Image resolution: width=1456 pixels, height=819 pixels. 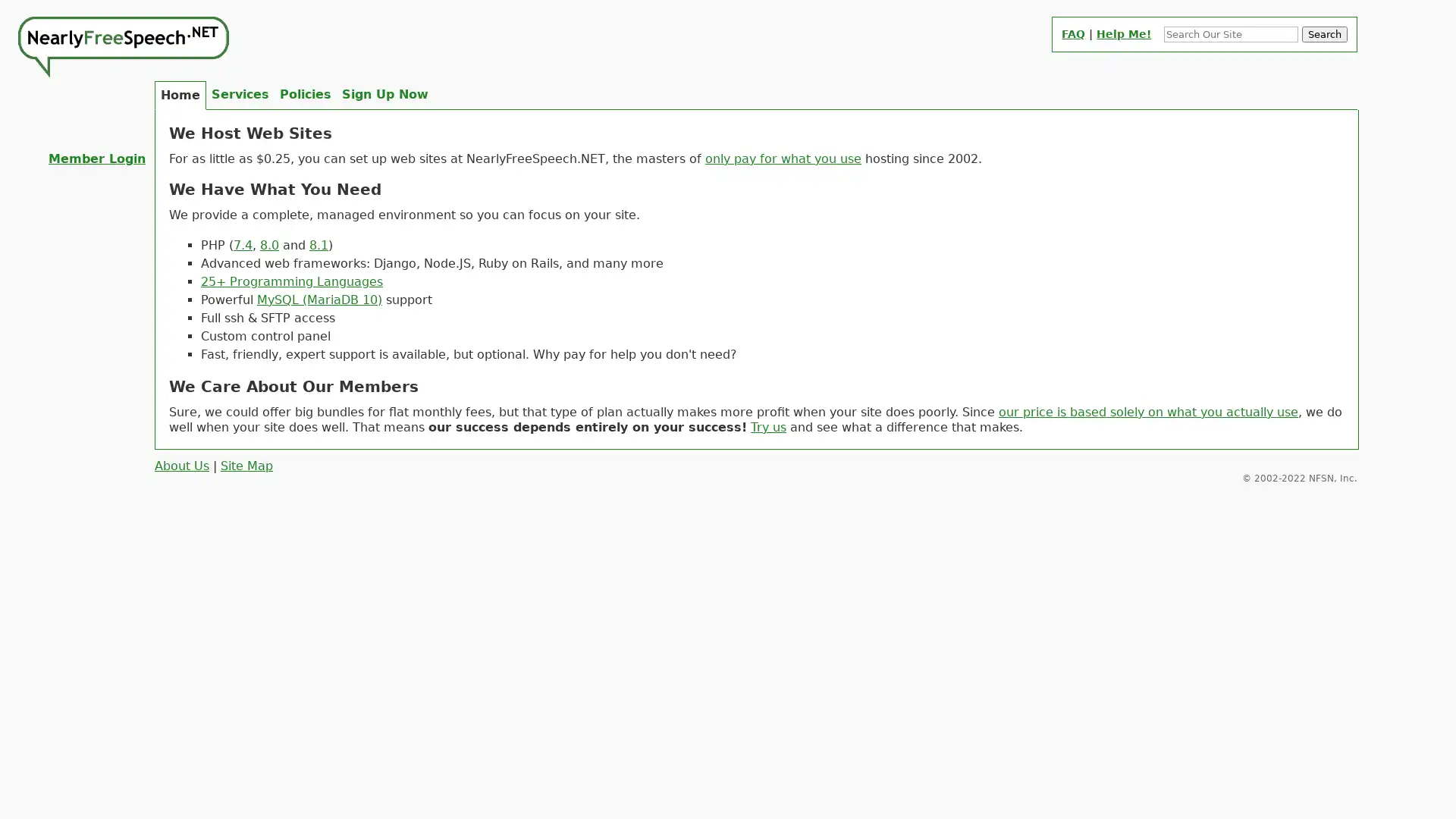 What do you see at coordinates (1324, 34) in the screenshot?
I see `Search` at bounding box center [1324, 34].